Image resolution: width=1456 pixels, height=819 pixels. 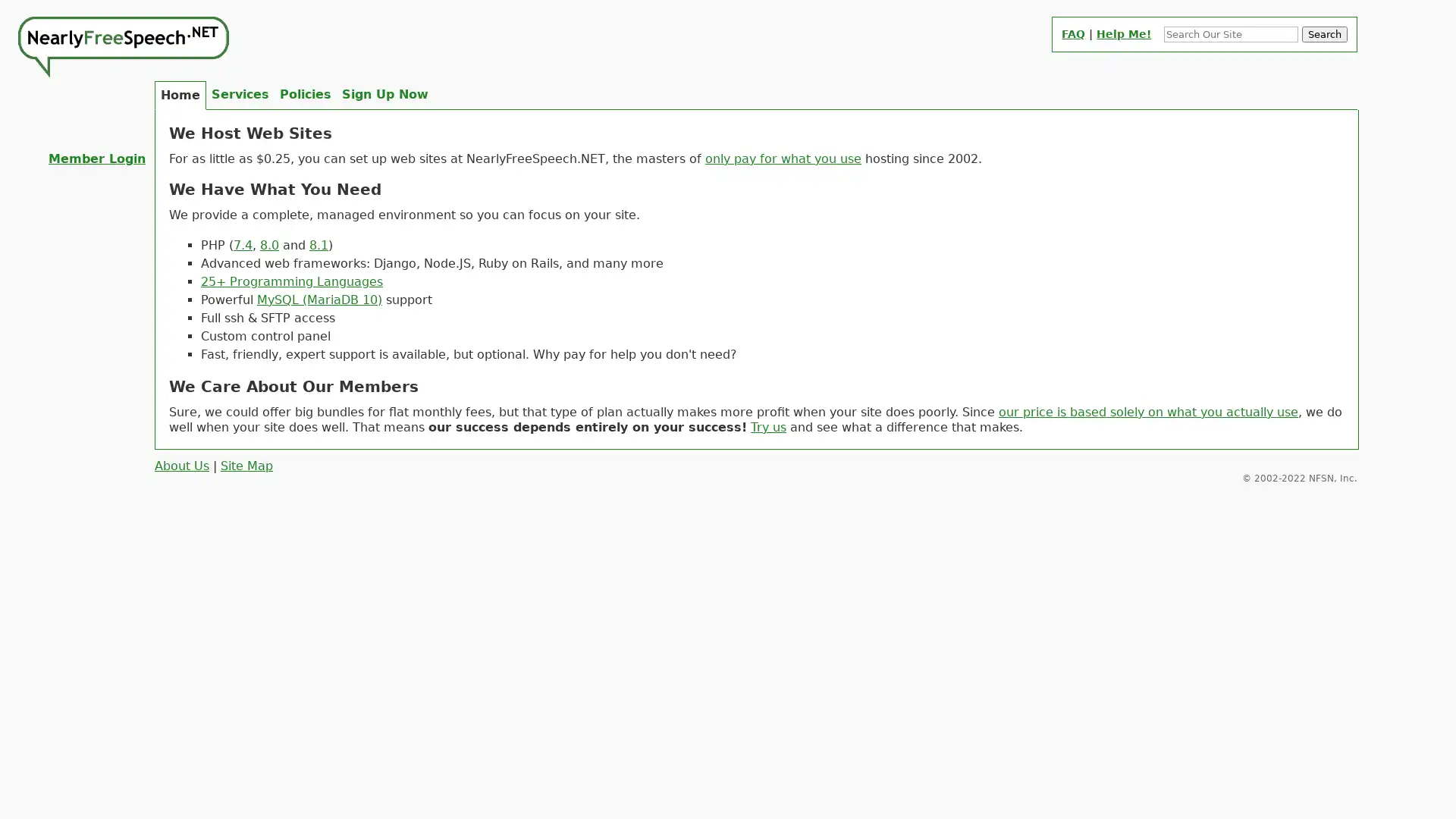 What do you see at coordinates (1324, 34) in the screenshot?
I see `Search` at bounding box center [1324, 34].